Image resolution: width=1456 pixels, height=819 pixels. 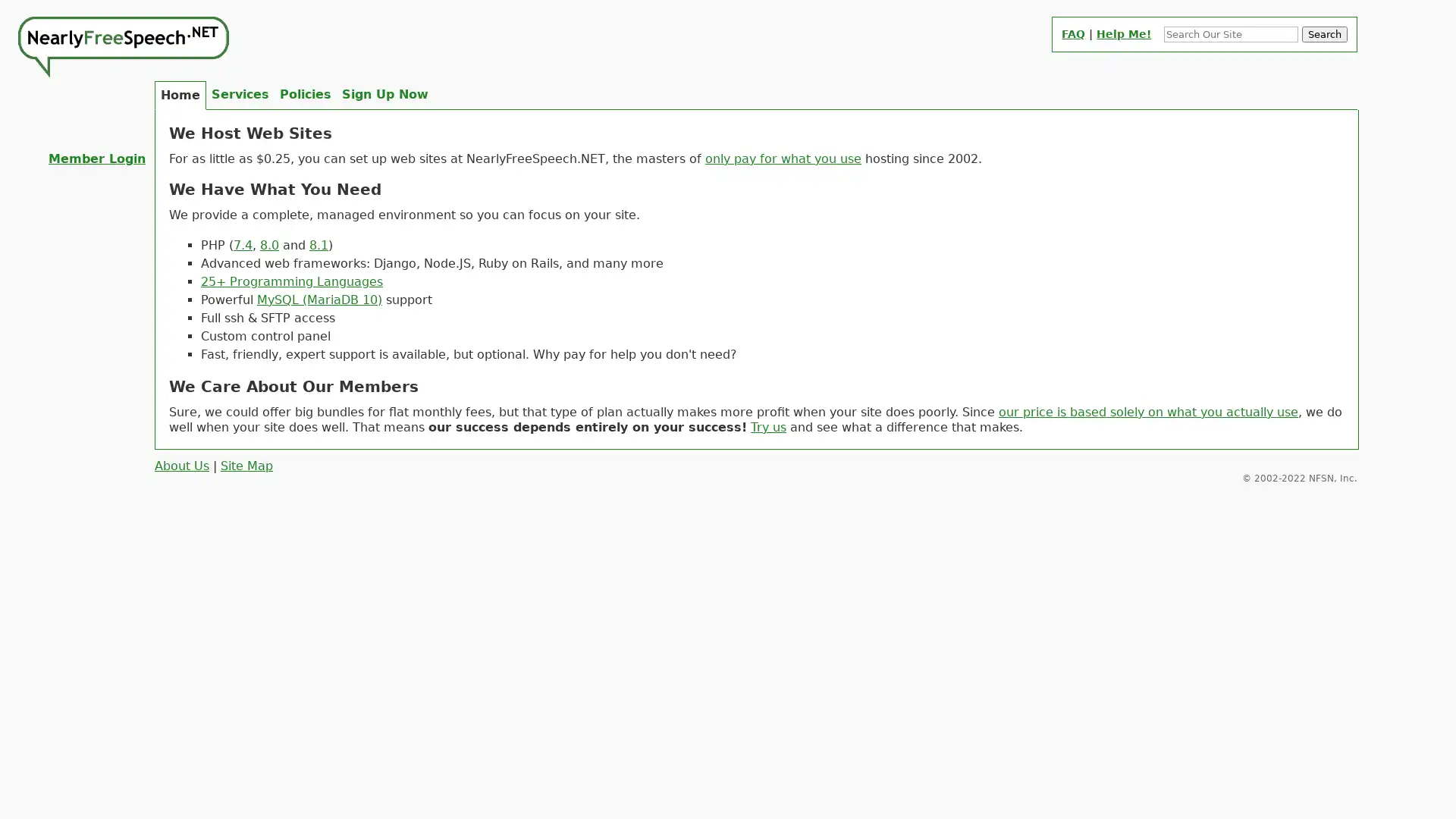 What do you see at coordinates (1324, 34) in the screenshot?
I see `Search` at bounding box center [1324, 34].